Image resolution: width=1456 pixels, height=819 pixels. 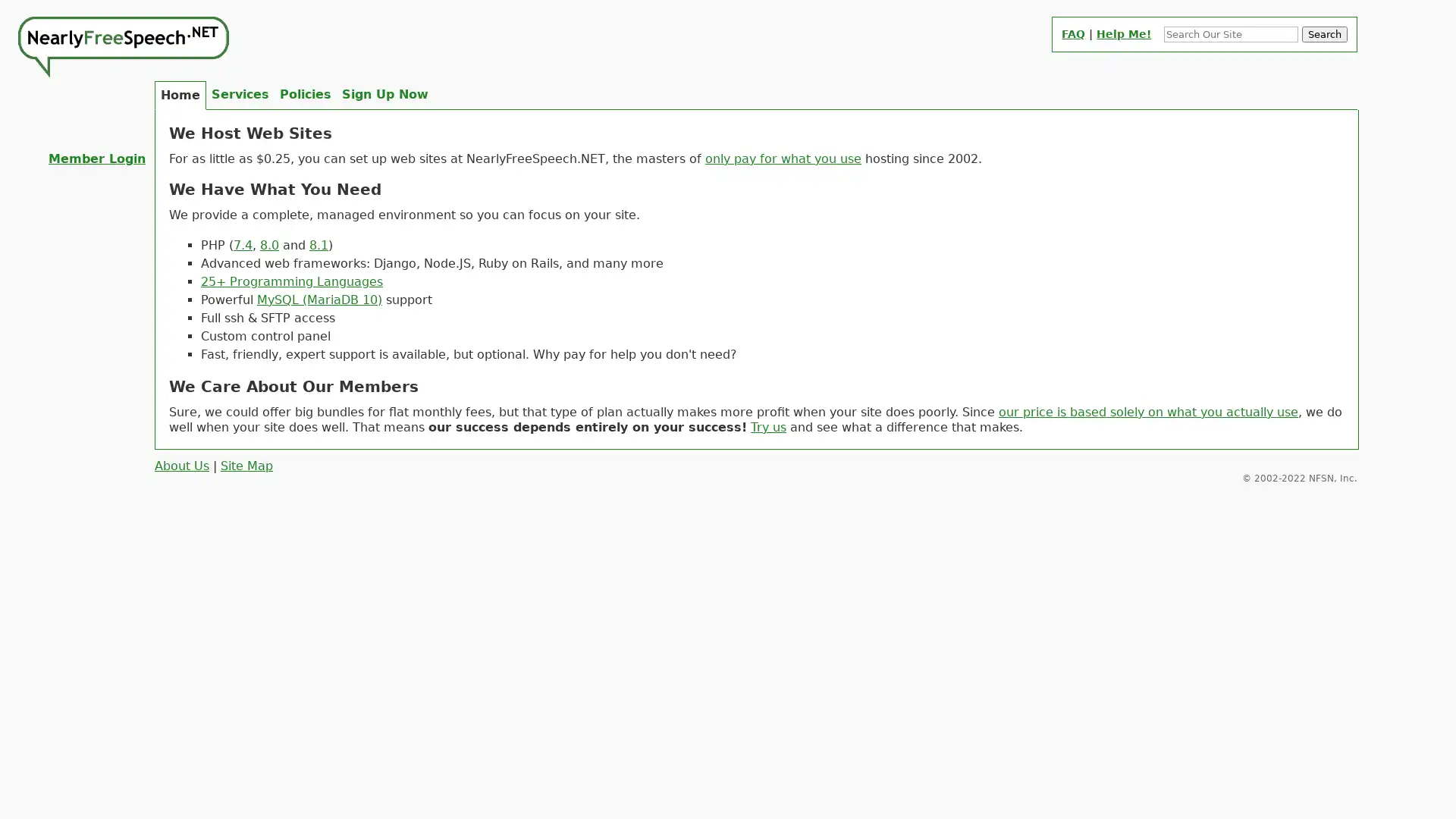 What do you see at coordinates (1324, 34) in the screenshot?
I see `Search` at bounding box center [1324, 34].